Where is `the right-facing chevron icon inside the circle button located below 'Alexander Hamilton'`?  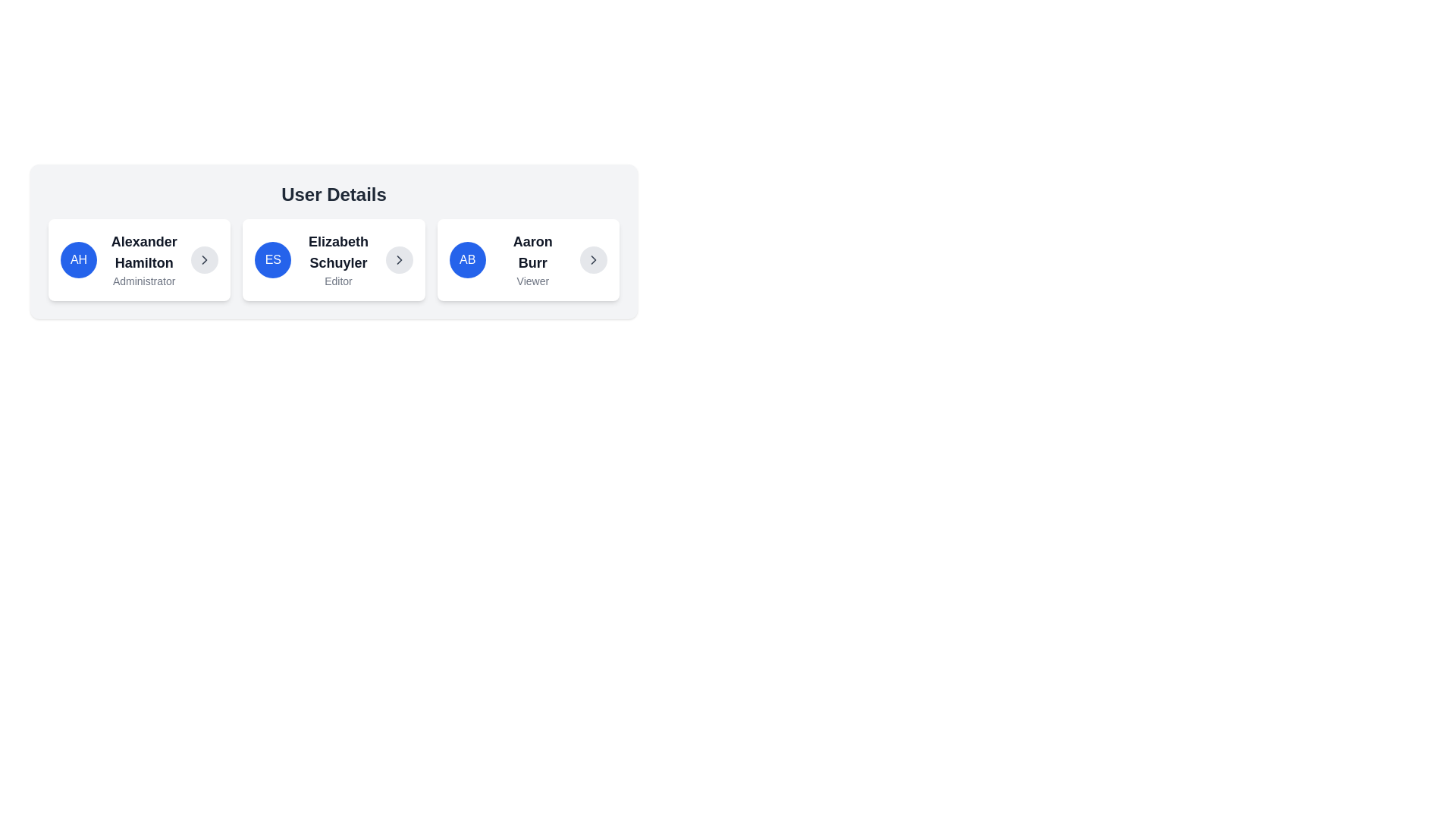 the right-facing chevron icon inside the circle button located below 'Alexander Hamilton' is located at coordinates (204, 259).